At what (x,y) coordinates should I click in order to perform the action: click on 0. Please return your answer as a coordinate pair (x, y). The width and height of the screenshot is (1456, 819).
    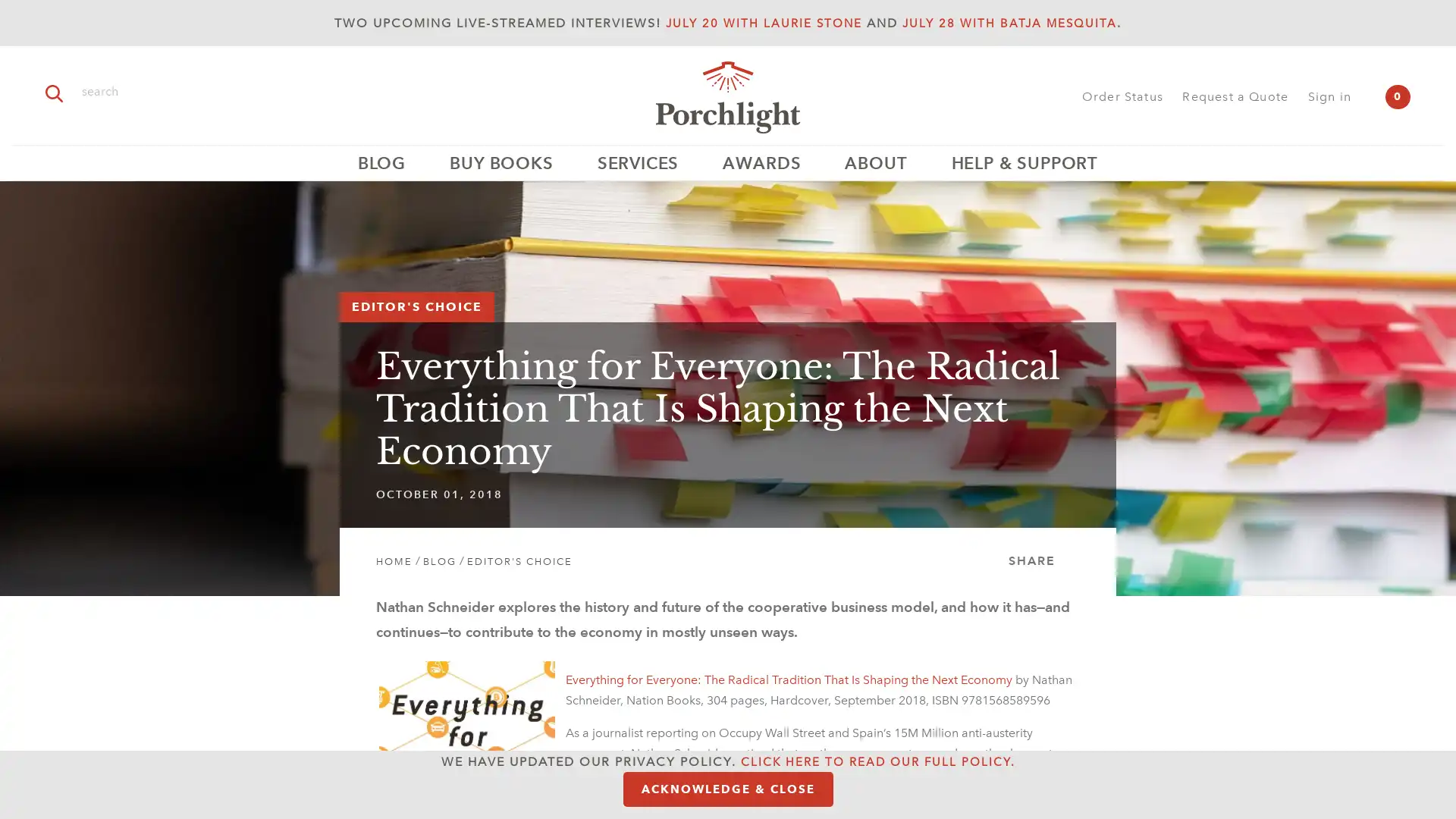
    Looking at the image, I should click on (1397, 96).